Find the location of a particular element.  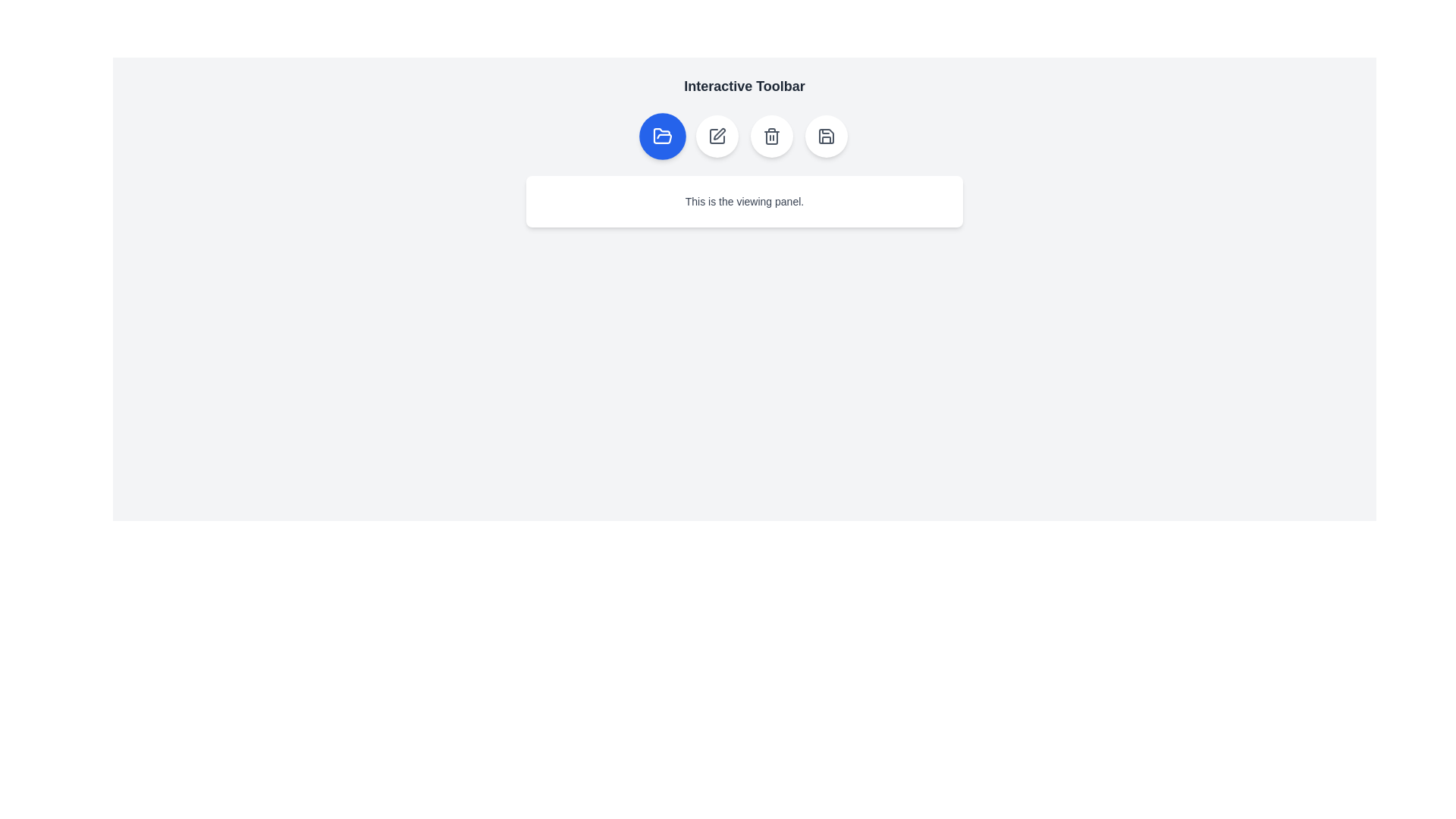

the Icon Button used for saving work, located in the fourth slot of the toolbar after folder, edit, and delete icons is located at coordinates (825, 136).